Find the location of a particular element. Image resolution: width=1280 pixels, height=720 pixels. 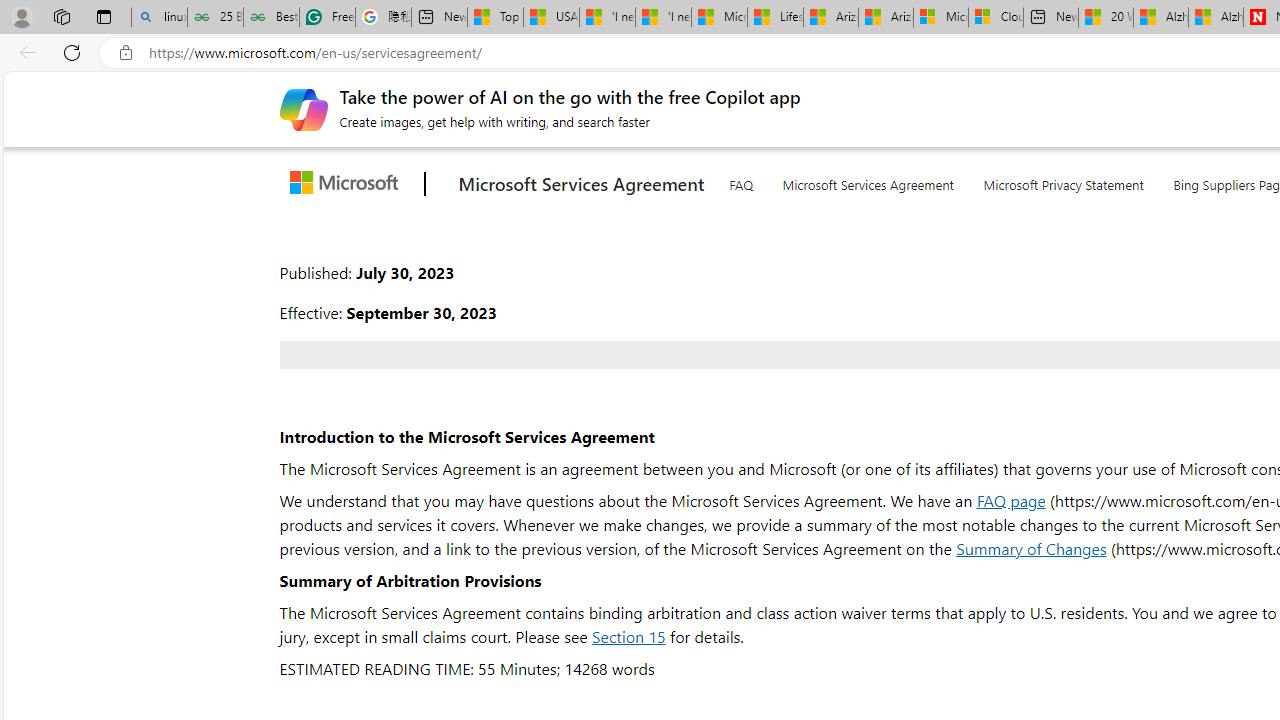

'Summary of Changes' is located at coordinates (1031, 548).